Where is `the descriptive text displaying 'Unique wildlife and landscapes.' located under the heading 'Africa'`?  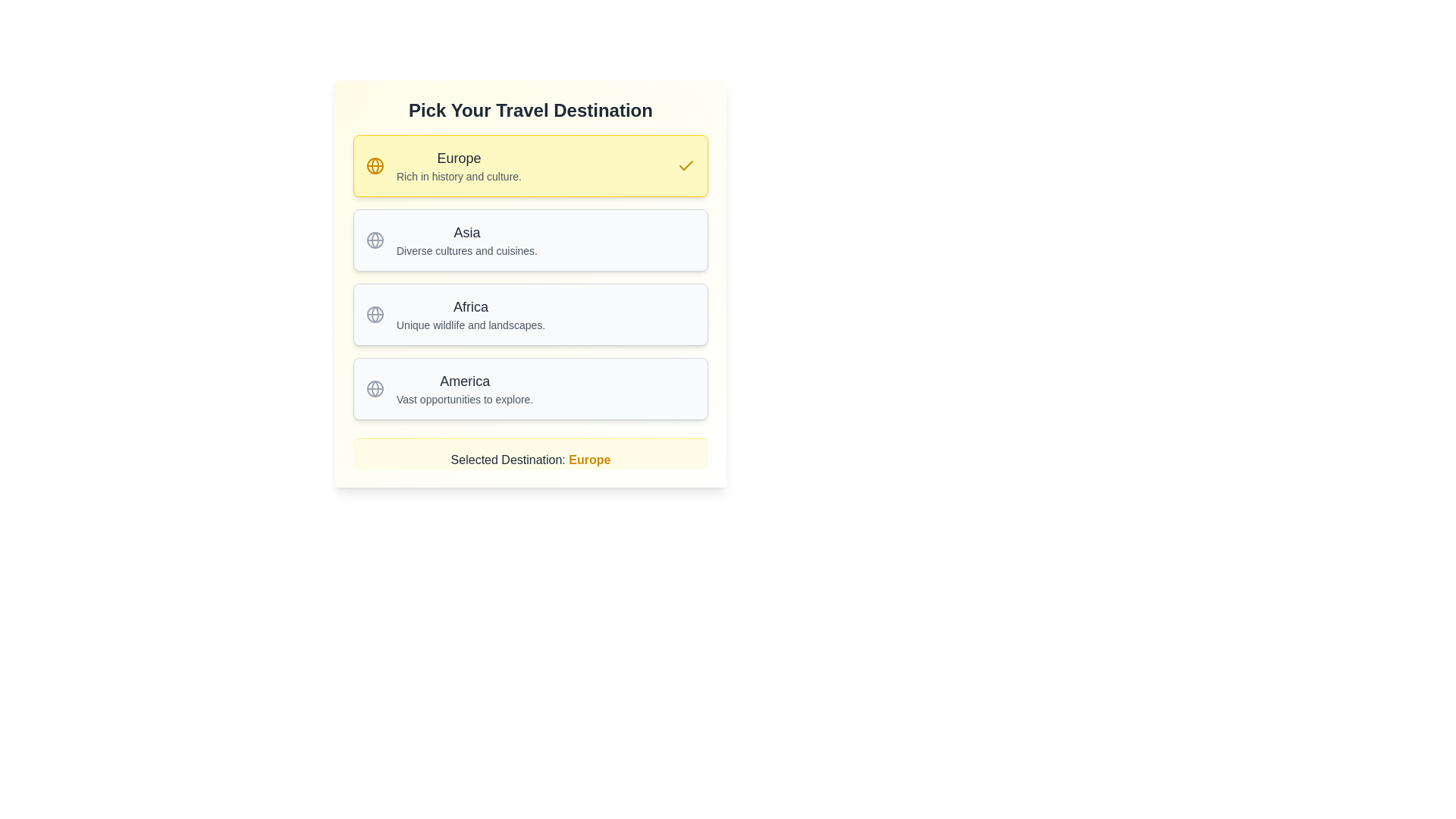 the descriptive text displaying 'Unique wildlife and landscapes.' located under the heading 'Africa' is located at coordinates (470, 324).